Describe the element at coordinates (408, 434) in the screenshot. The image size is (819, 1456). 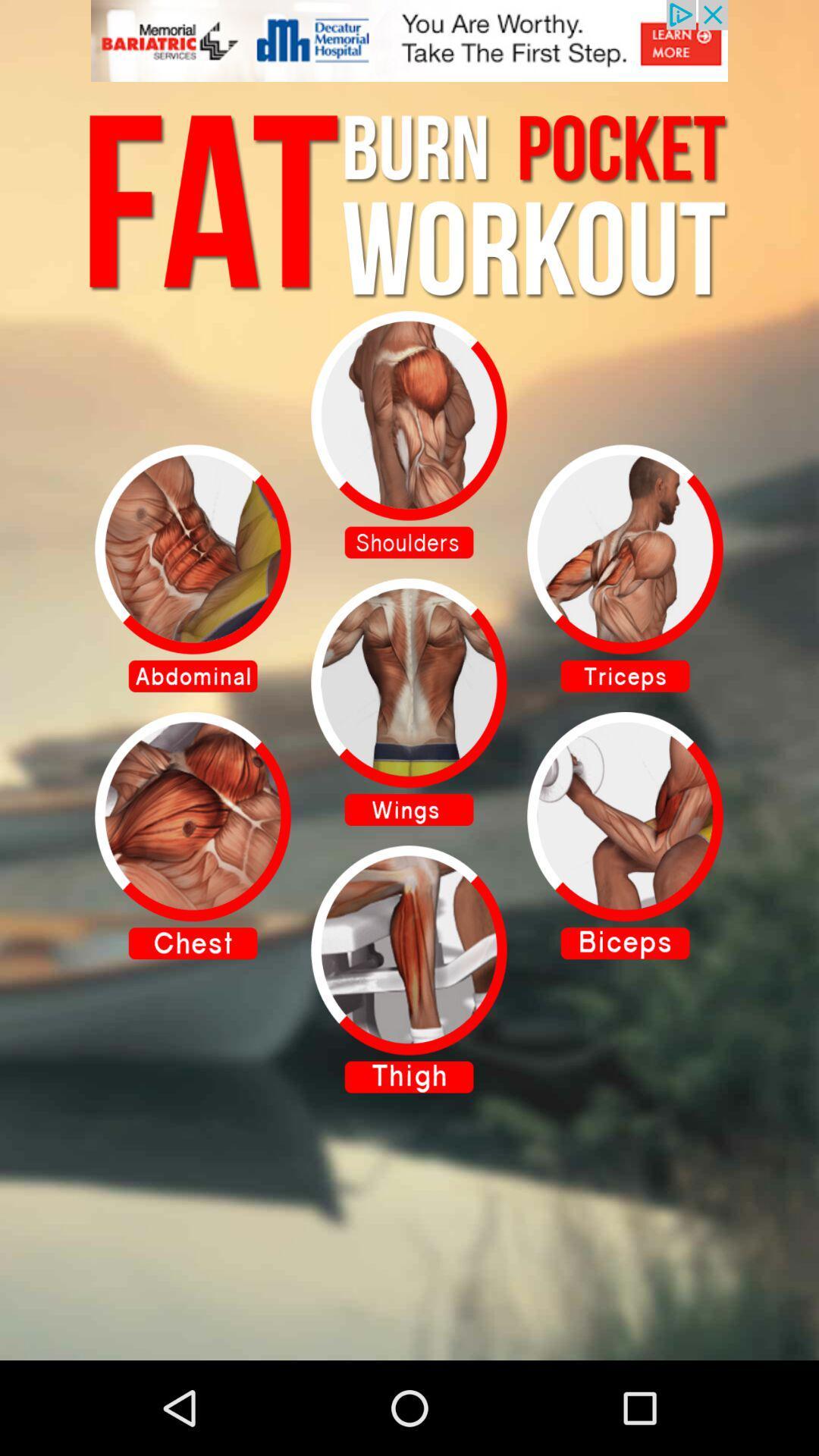
I see `to view selected item` at that location.